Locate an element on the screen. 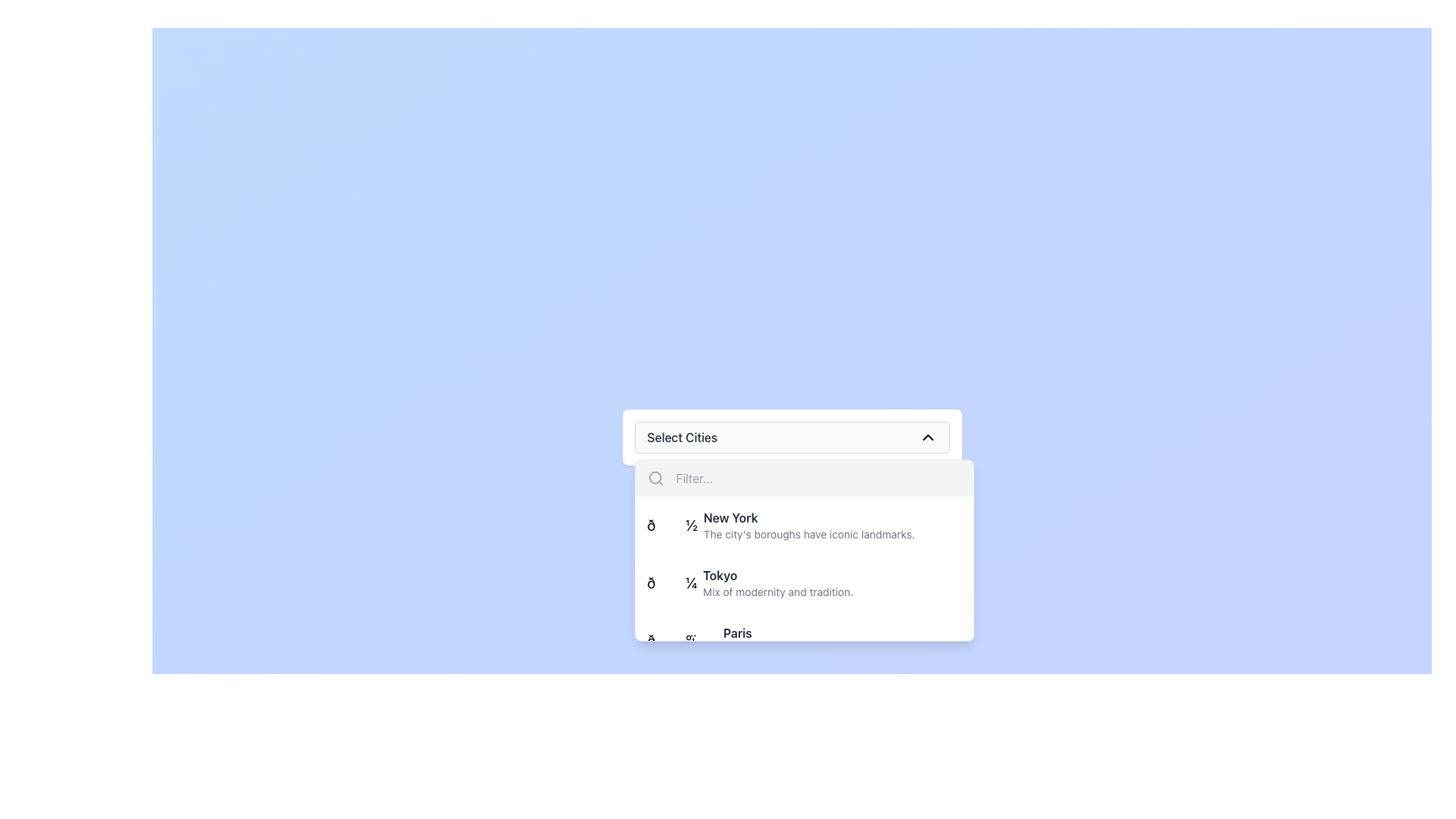 The height and width of the screenshot is (819, 1456). the third entry in the dropdown list displaying the city 'Paris', which includes an emoji icon and descriptive text 'City of Love and Lights' is located at coordinates (803, 640).